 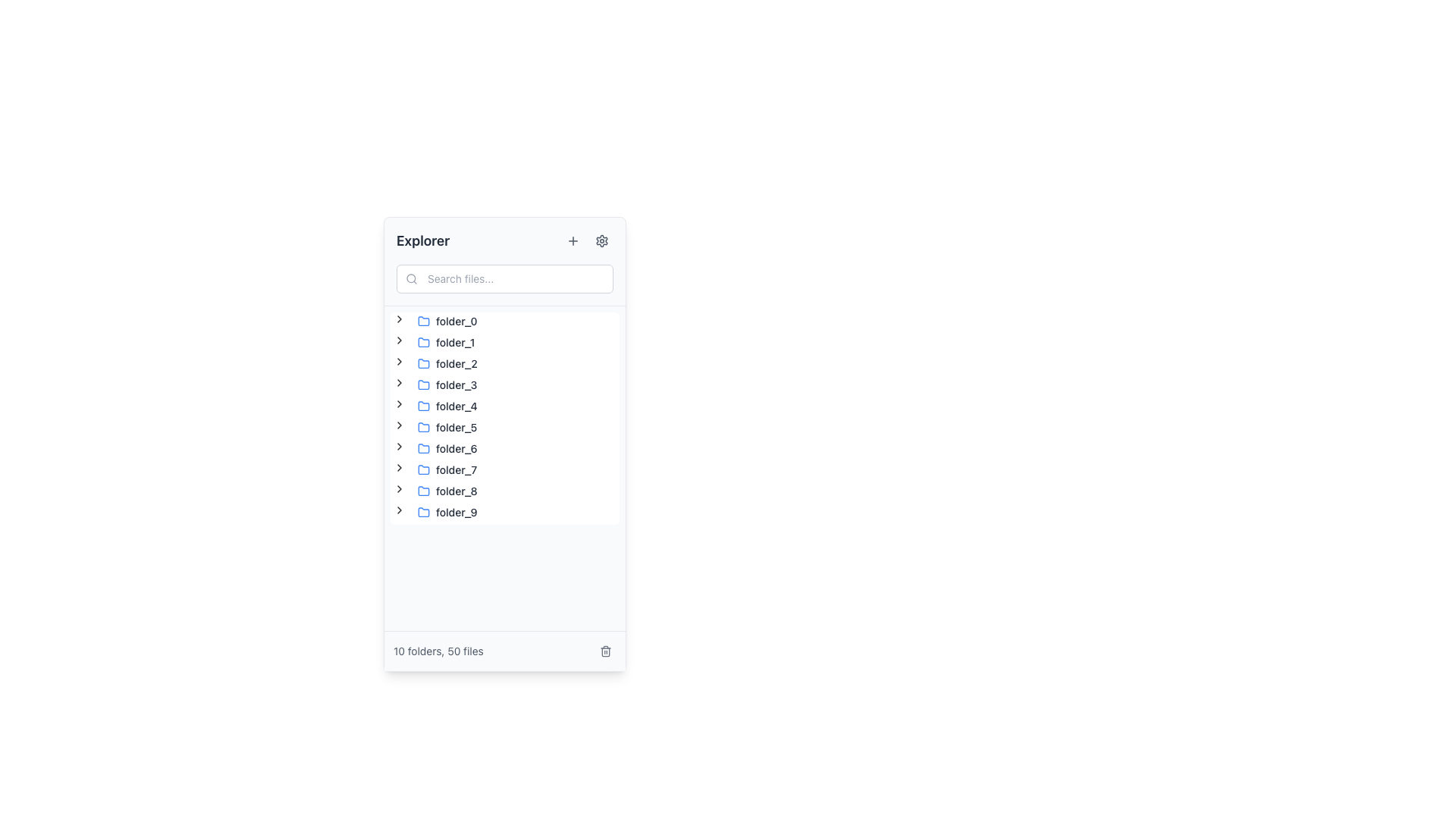 What do you see at coordinates (604, 651) in the screenshot?
I see `the delete icon button located at the bottom-right of the visible panel, which is styled with padding and hover effects` at bounding box center [604, 651].